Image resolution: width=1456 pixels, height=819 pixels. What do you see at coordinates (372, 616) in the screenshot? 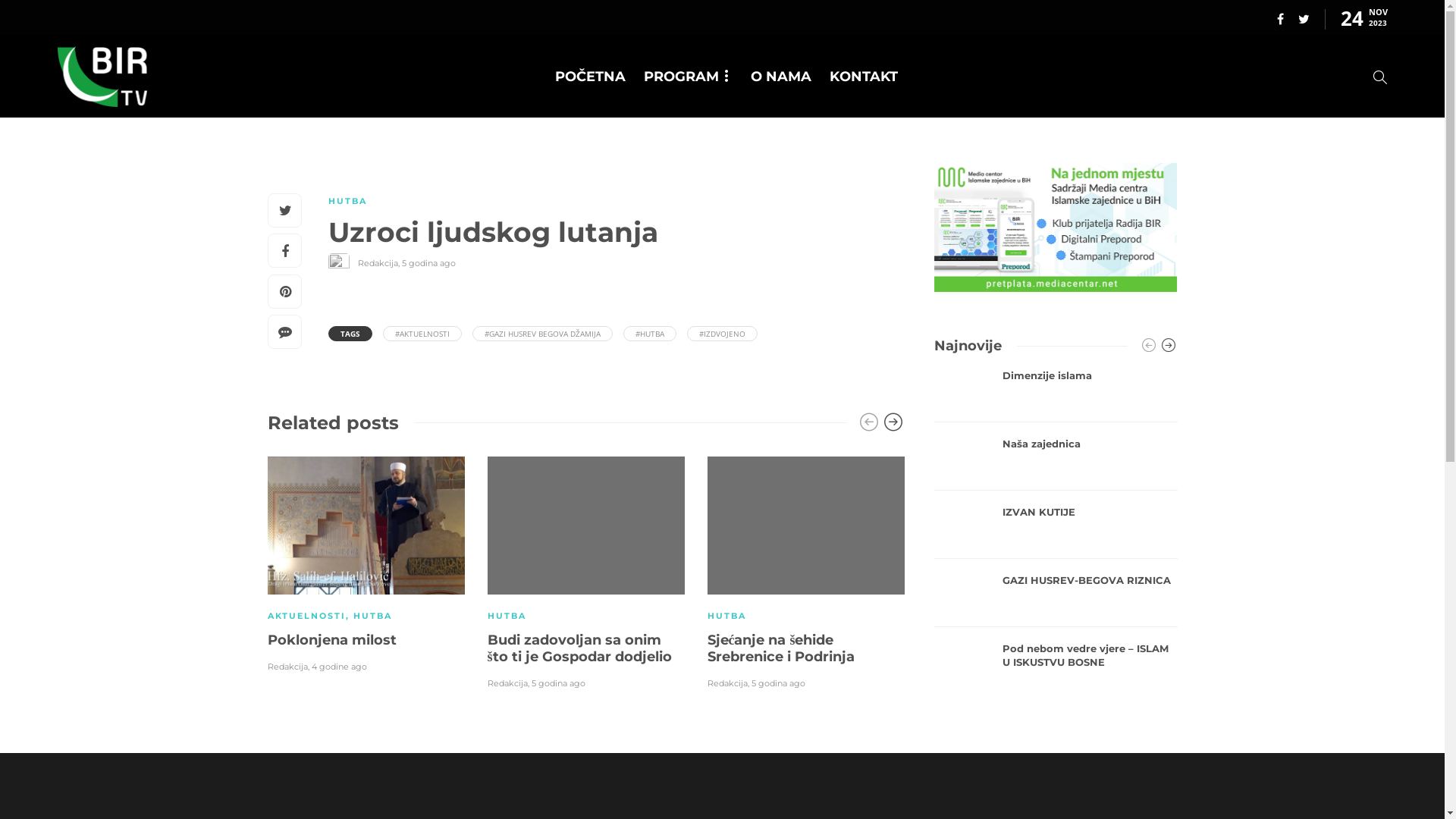
I see `'HUTBA'` at bounding box center [372, 616].